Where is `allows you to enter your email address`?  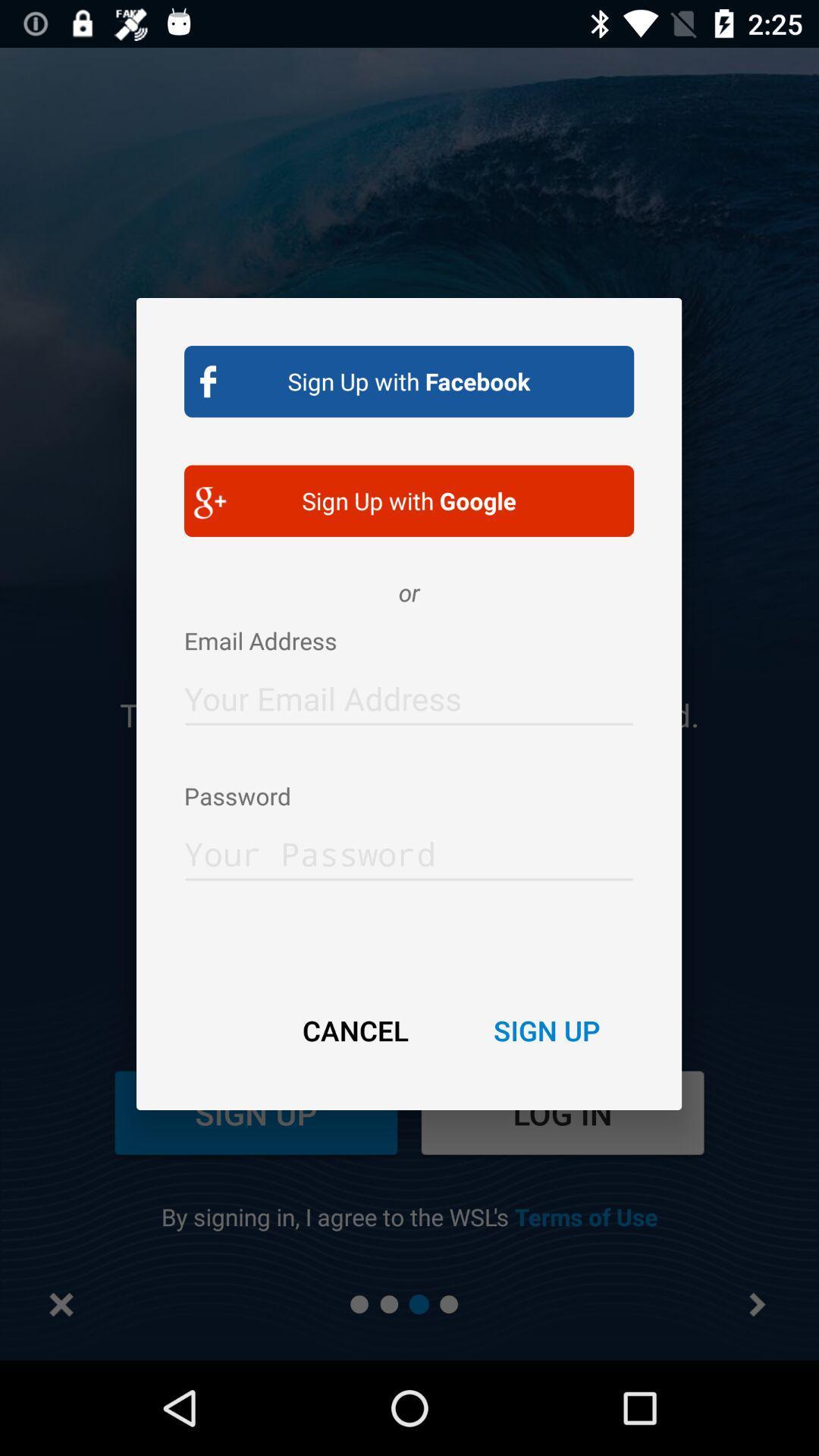 allows you to enter your email address is located at coordinates (408, 693).